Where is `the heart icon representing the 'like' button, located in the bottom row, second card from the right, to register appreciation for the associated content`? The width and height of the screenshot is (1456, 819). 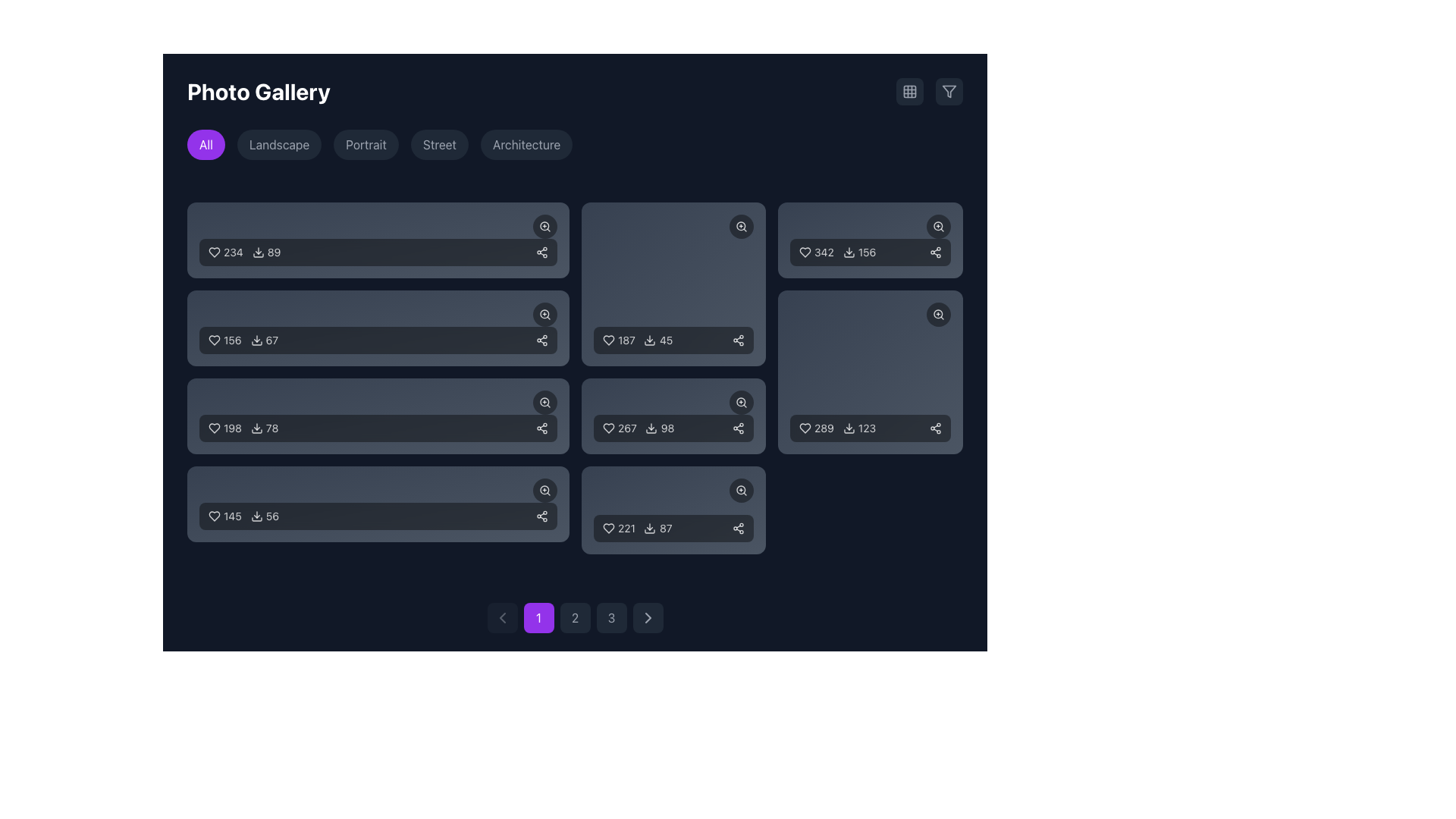 the heart icon representing the 'like' button, located in the bottom row, second card from the right, to register appreciation for the associated content is located at coordinates (805, 428).